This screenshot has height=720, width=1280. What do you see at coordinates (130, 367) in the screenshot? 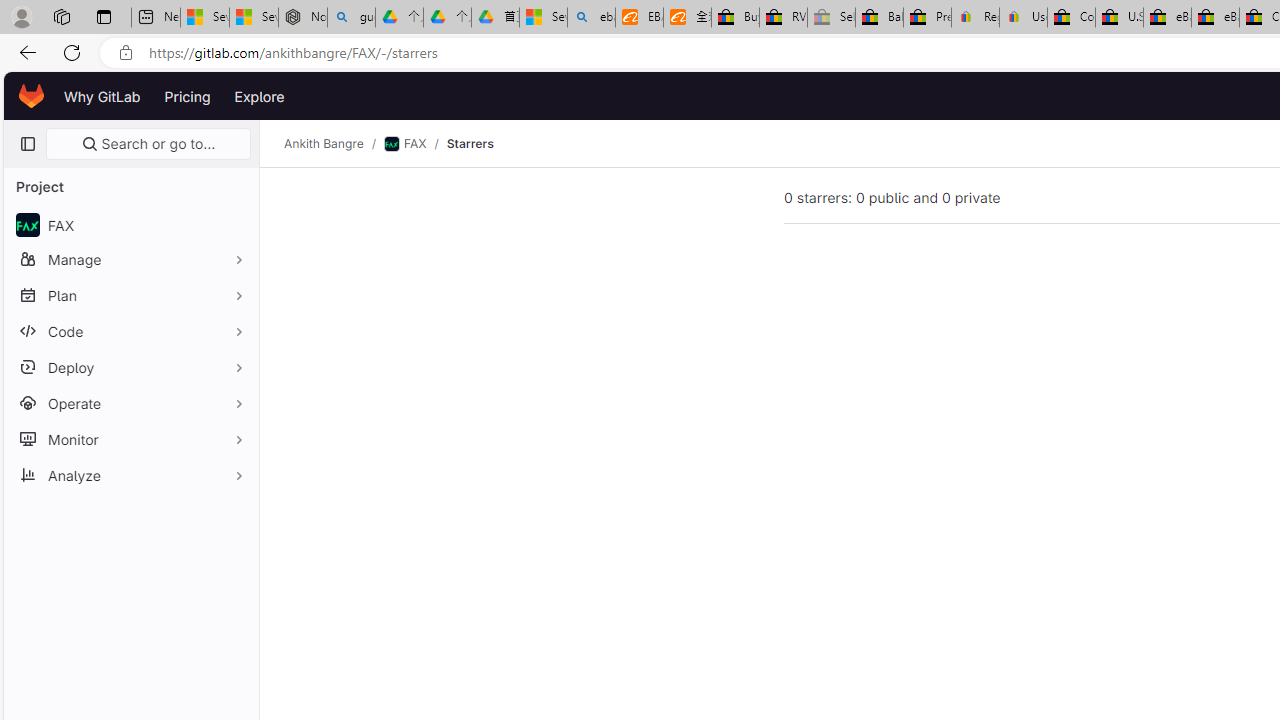
I see `'Deploy'` at bounding box center [130, 367].